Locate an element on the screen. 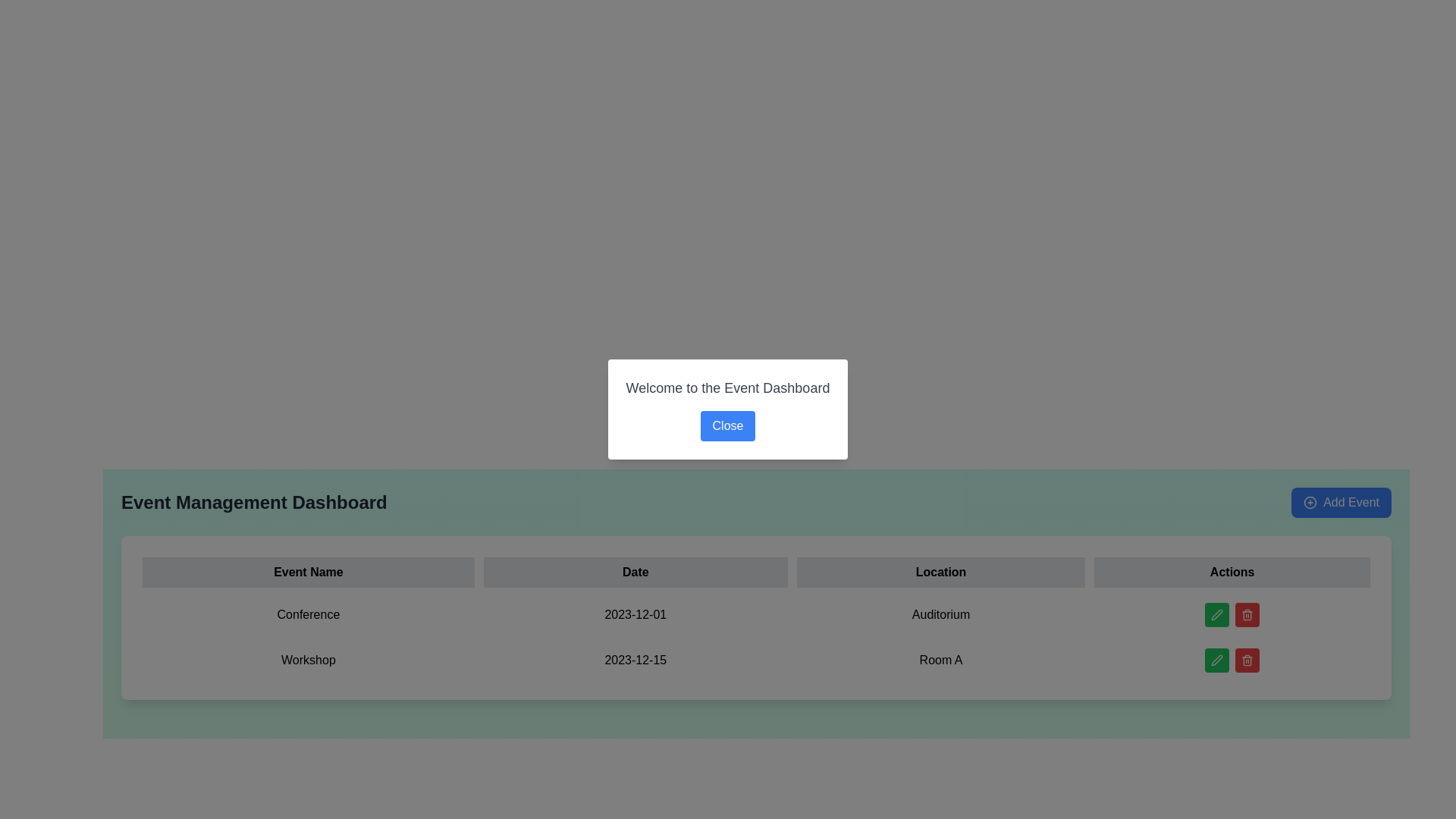  the button in the top-right corner of the 'Event Management Dashboard' is located at coordinates (1341, 503).